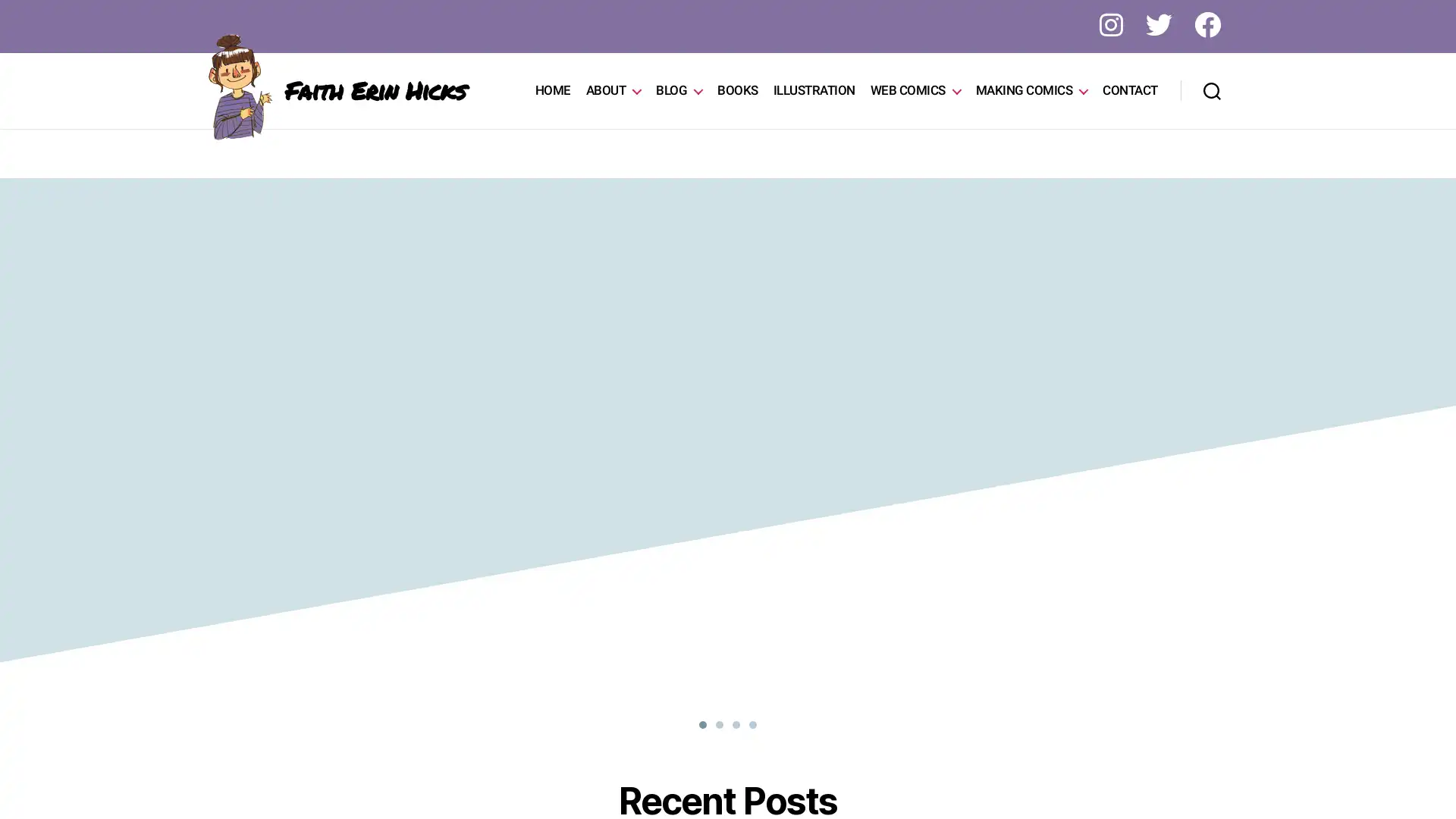 This screenshot has height=819, width=1456. Describe the element at coordinates (1211, 90) in the screenshot. I see `Search` at that location.